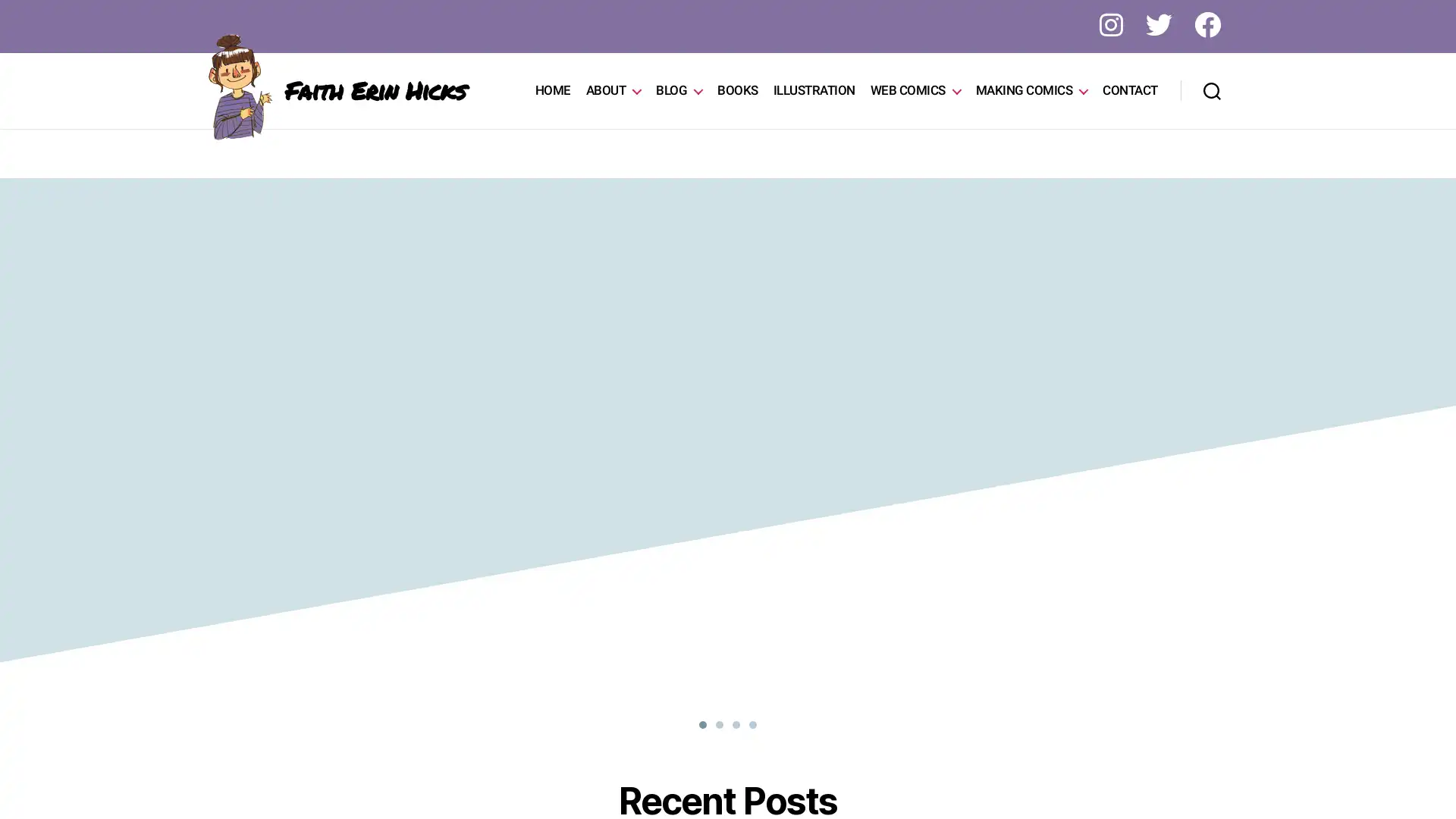 This screenshot has height=819, width=1456. Describe the element at coordinates (1211, 90) in the screenshot. I see `Search` at that location.